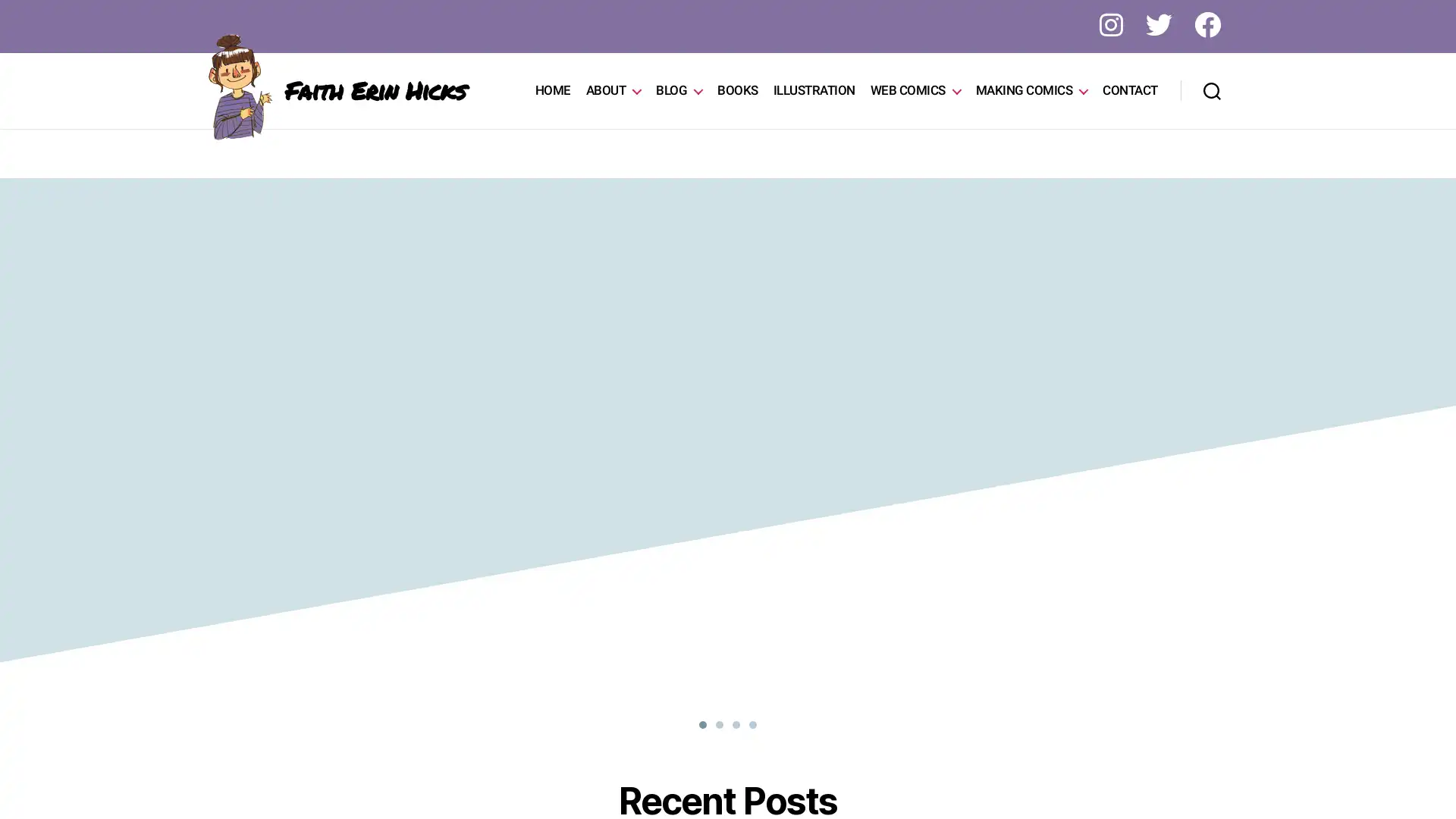 This screenshot has height=819, width=1456. Describe the element at coordinates (1211, 90) in the screenshot. I see `Search` at that location.